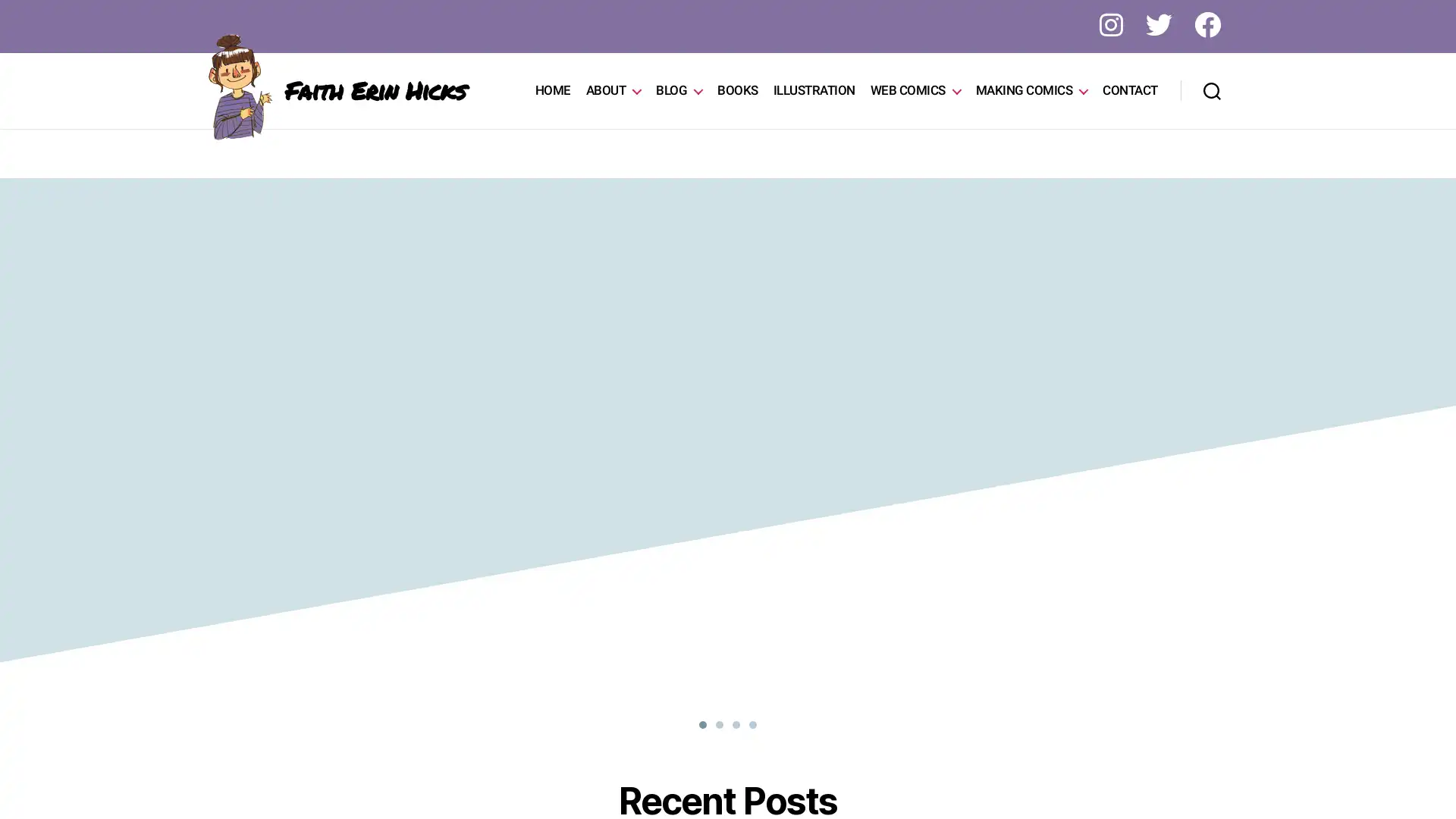 This screenshot has height=819, width=1456. Describe the element at coordinates (1211, 90) in the screenshot. I see `Search` at that location.